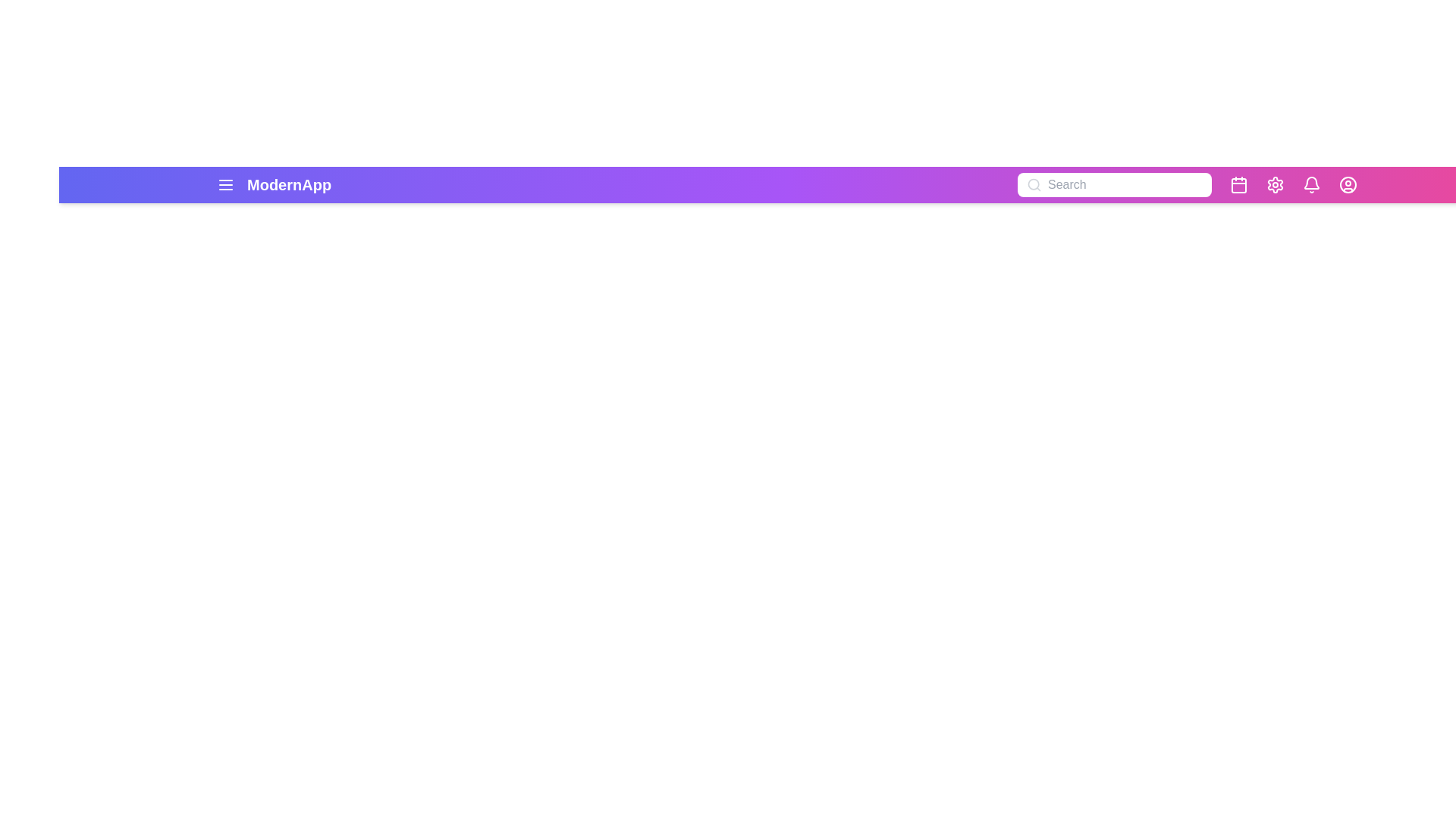  What do you see at coordinates (1274, 184) in the screenshot?
I see `the Settings icon located on the right side of the top navigation bar to explore settings-related features` at bounding box center [1274, 184].